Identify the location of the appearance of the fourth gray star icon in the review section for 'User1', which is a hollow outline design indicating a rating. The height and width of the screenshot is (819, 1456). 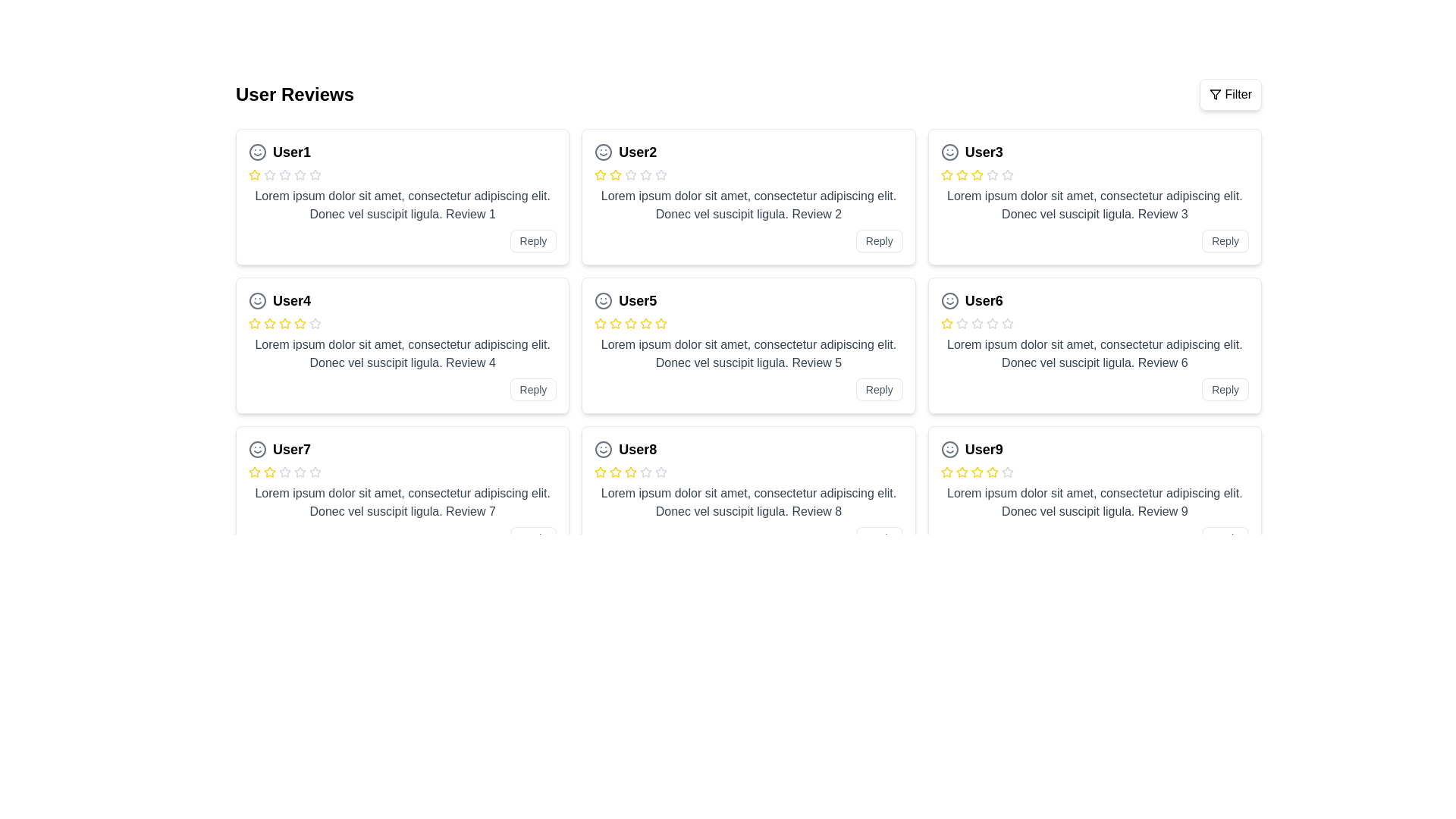
(284, 174).